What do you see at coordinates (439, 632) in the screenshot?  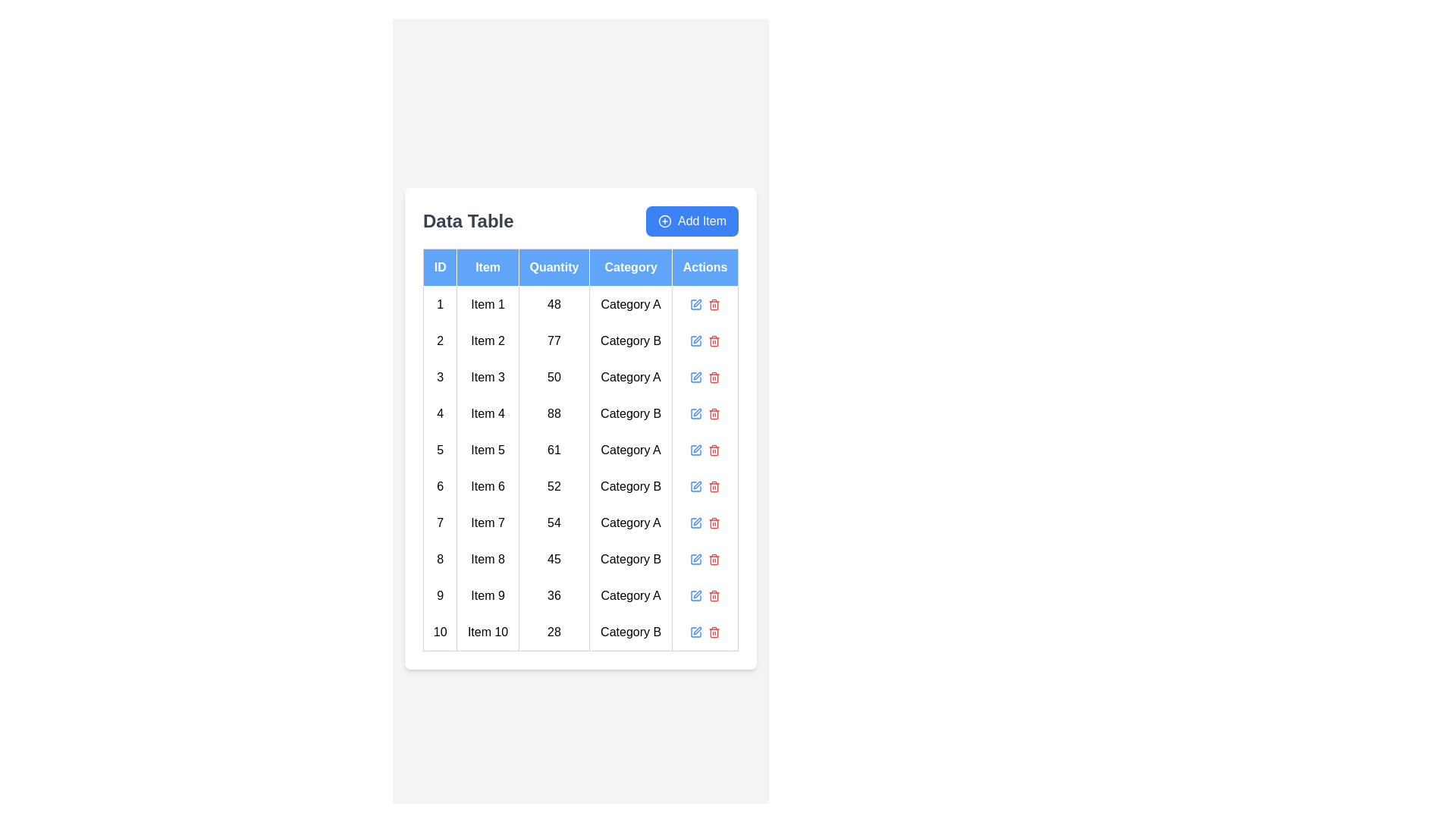 I see `the table cell in the last row of the 'Data Table' that contains the text '10', which is styled as a row header and centrally aligned` at bounding box center [439, 632].